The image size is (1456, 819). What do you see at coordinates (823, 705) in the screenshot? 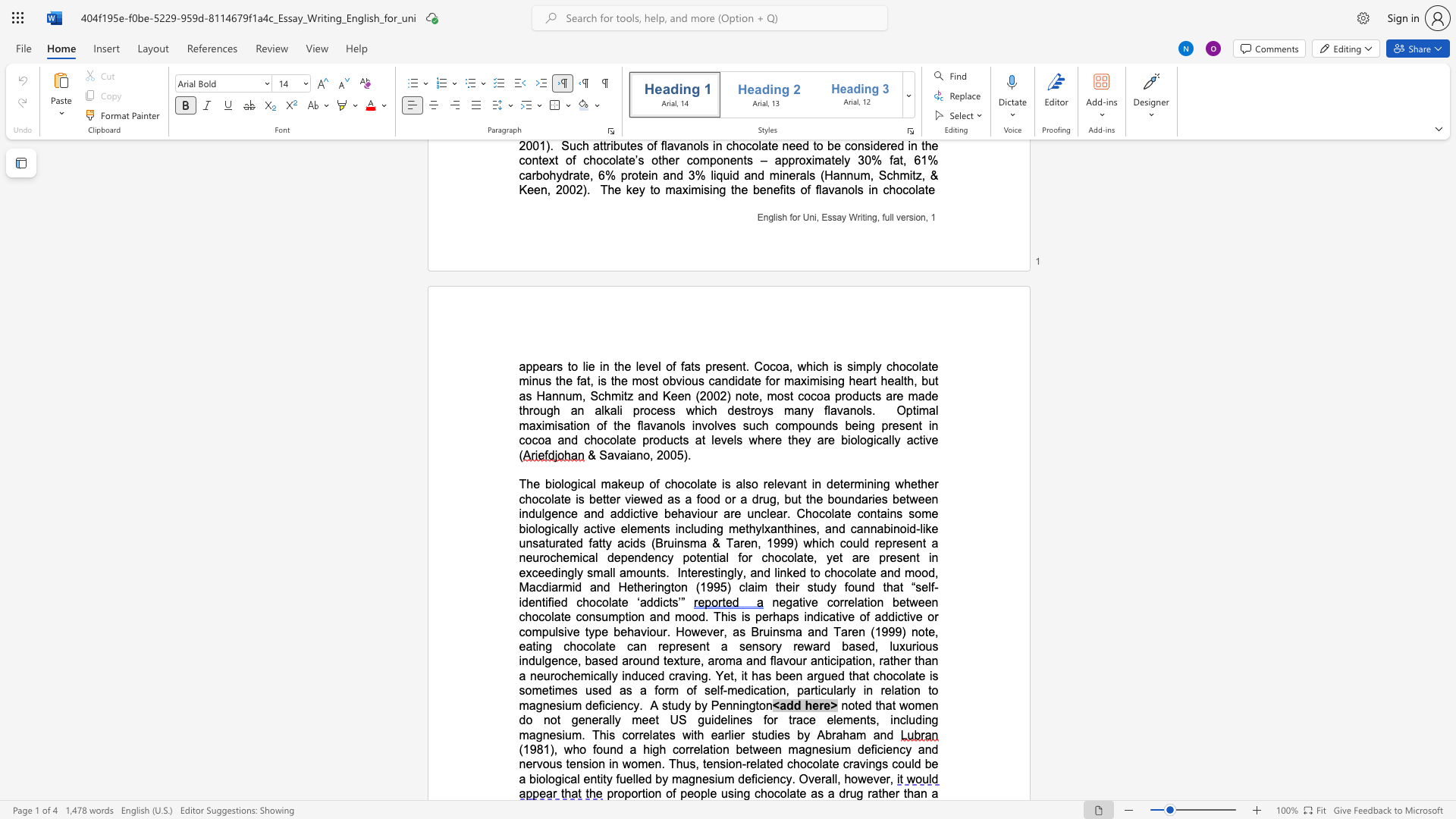
I see `the subset text "e>" within the text "<add here>"` at bounding box center [823, 705].